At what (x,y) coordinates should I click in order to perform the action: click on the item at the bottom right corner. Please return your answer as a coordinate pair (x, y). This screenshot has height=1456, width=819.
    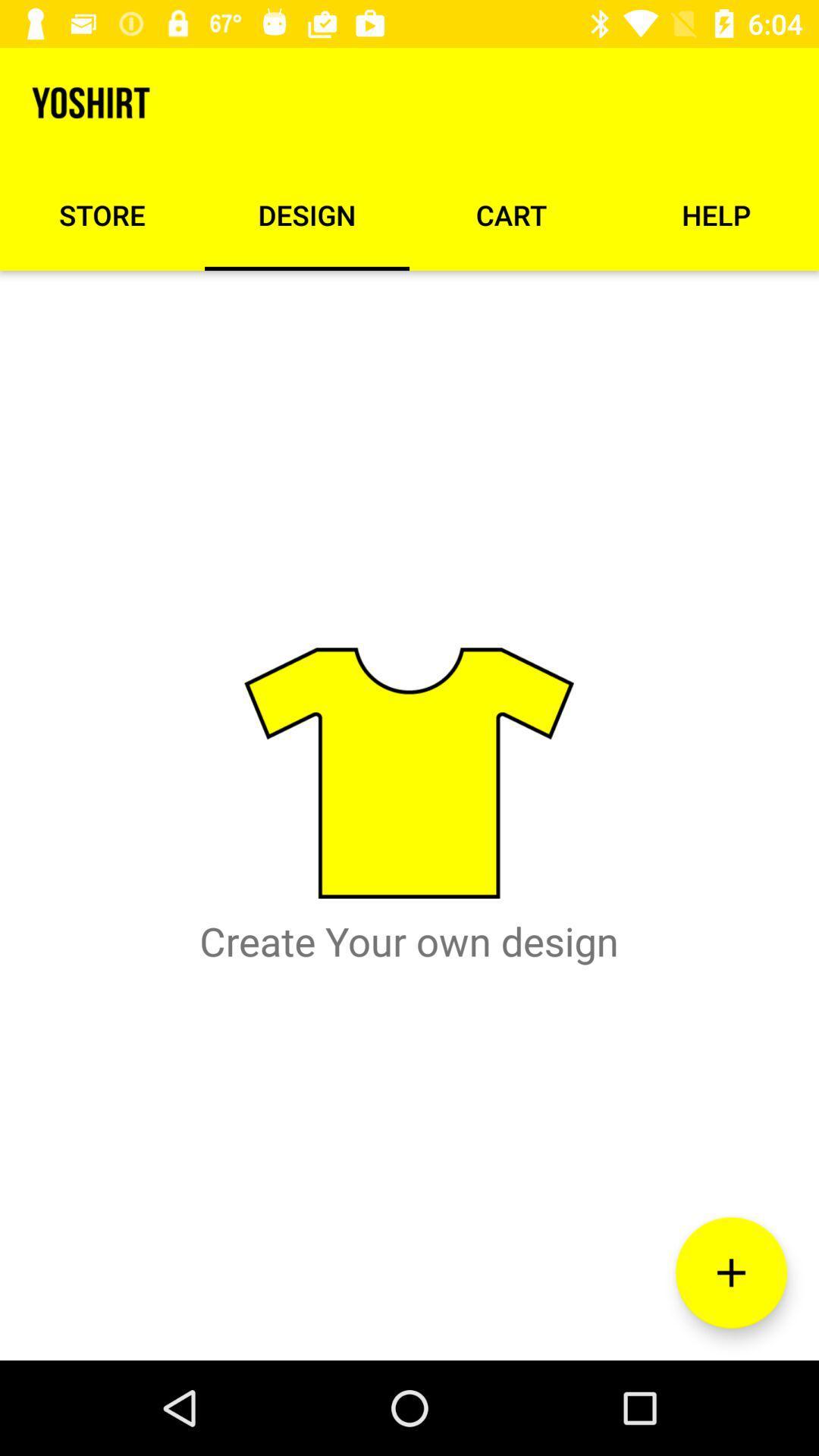
    Looking at the image, I should click on (730, 1272).